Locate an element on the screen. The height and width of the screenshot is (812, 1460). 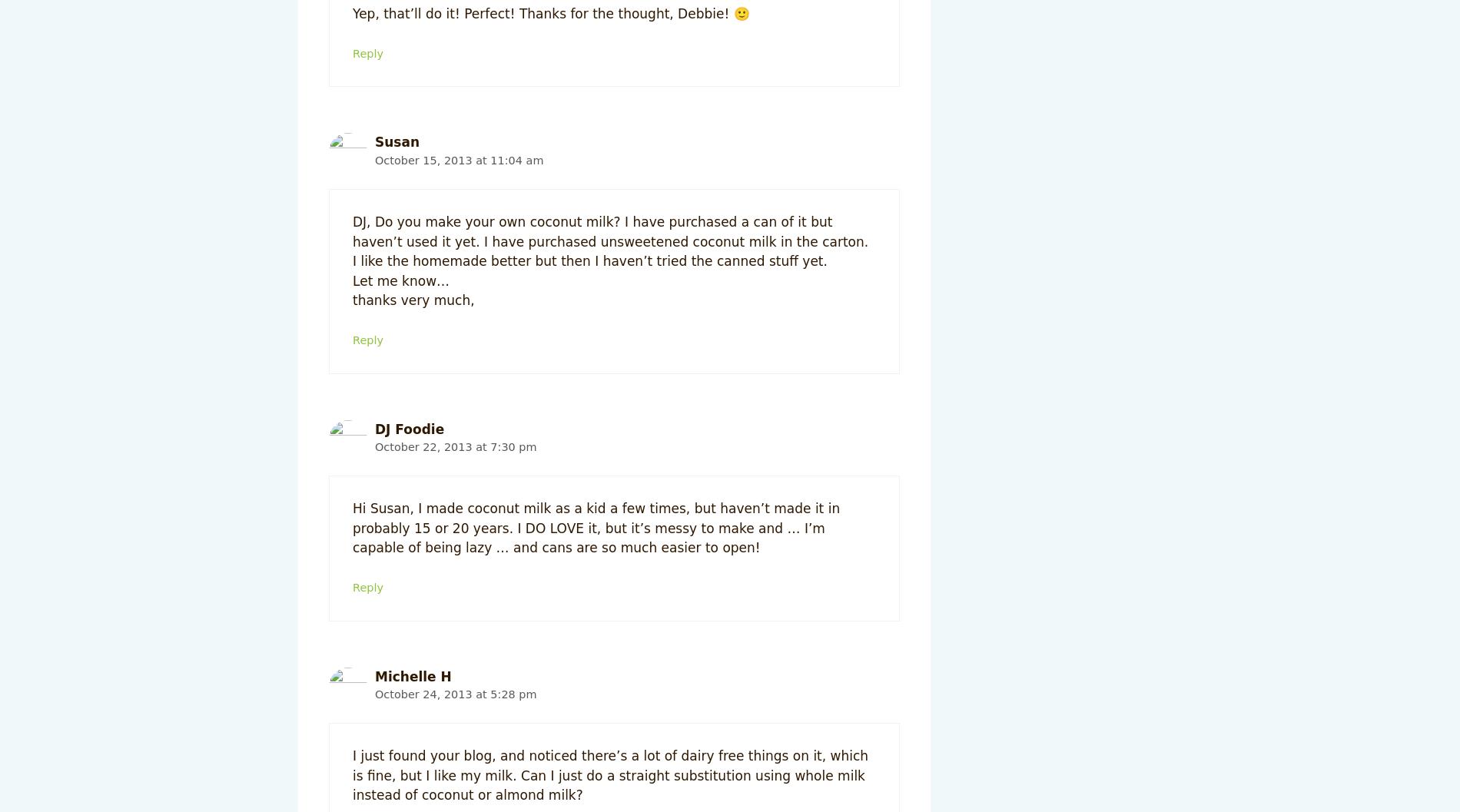
'DJ Foodie' is located at coordinates (409, 427).